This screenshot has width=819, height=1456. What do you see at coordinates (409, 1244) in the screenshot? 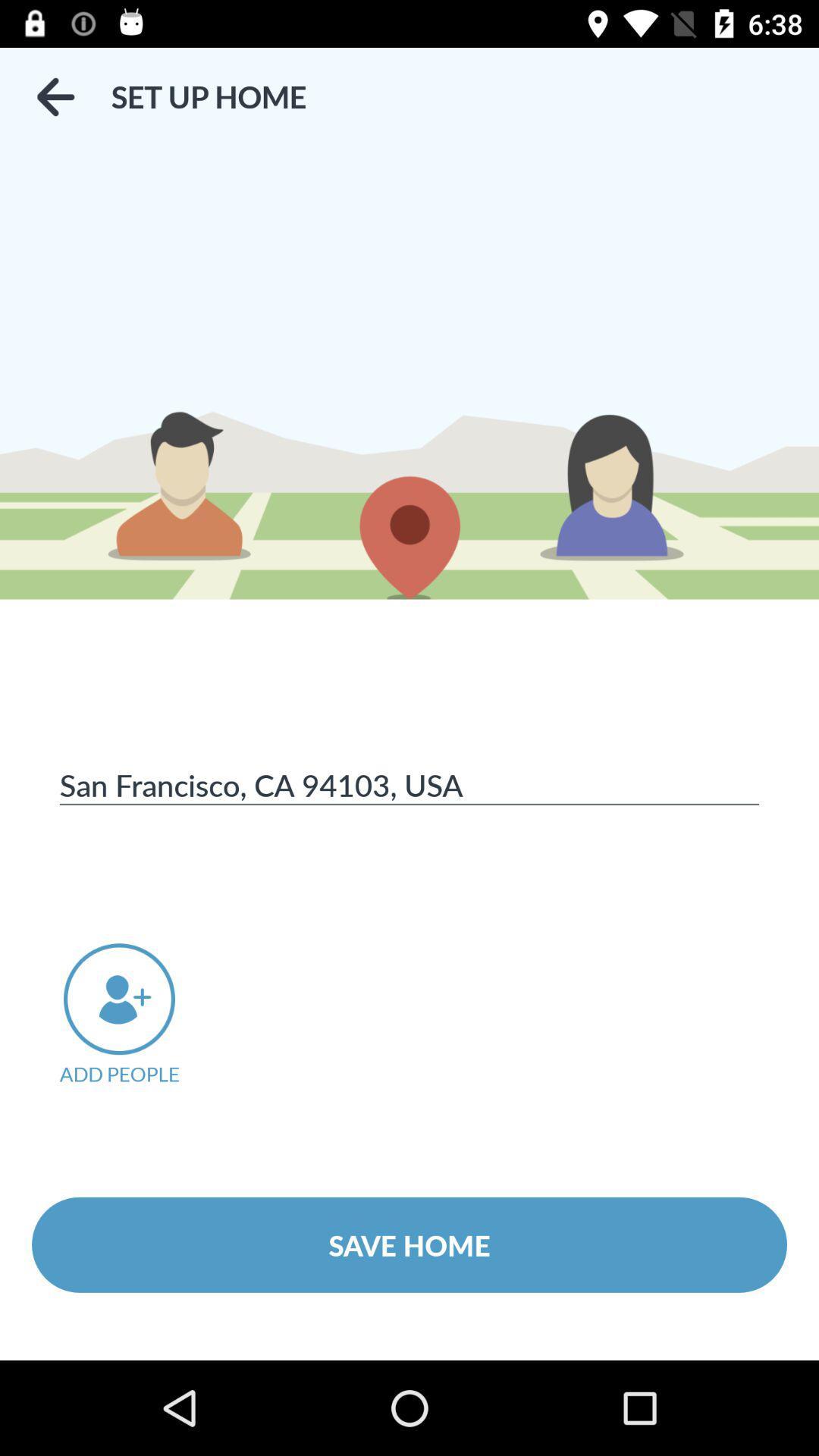
I see `the save home icon` at bounding box center [409, 1244].